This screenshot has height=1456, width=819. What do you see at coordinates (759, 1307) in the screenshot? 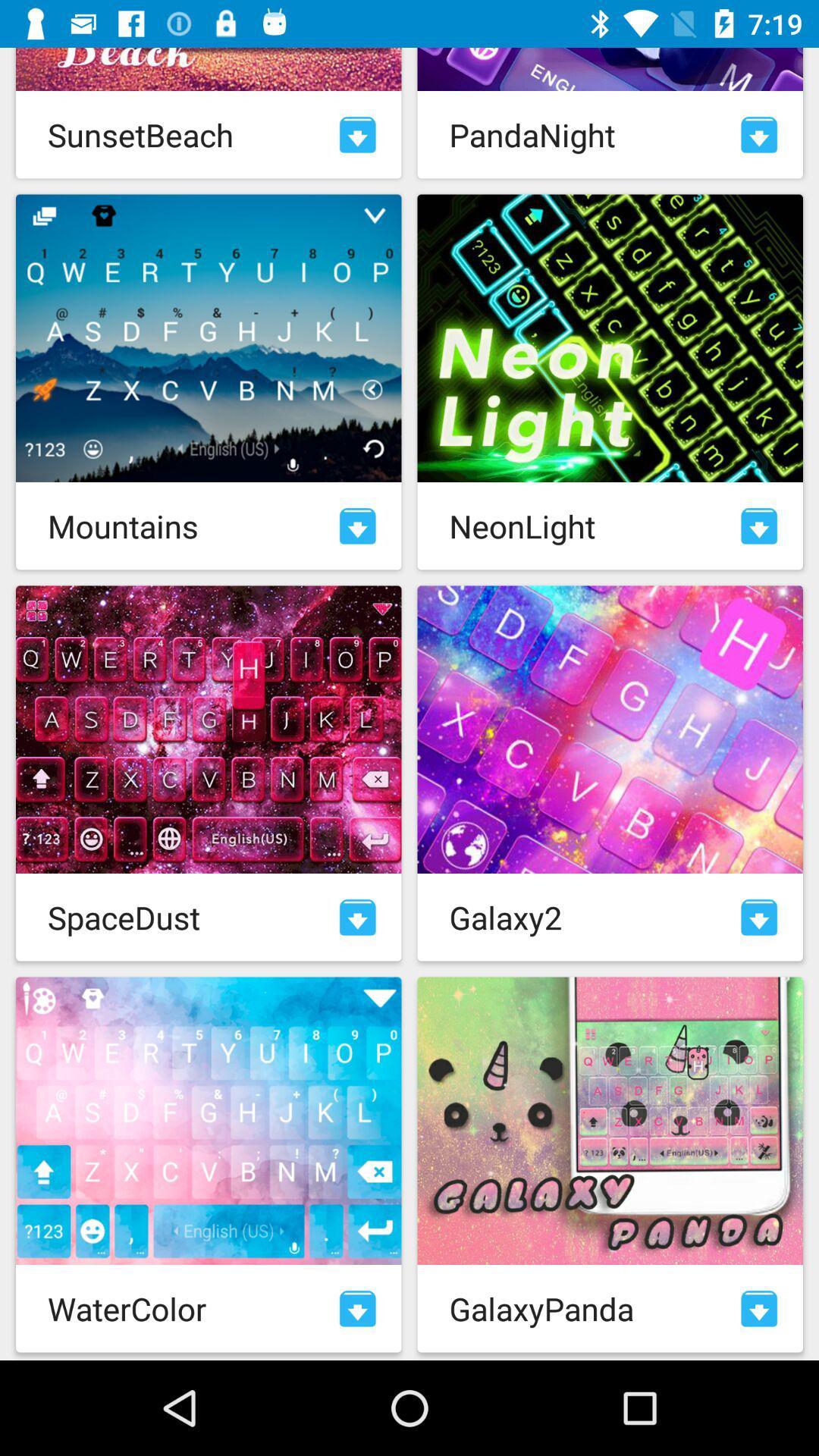
I see `download element` at bounding box center [759, 1307].